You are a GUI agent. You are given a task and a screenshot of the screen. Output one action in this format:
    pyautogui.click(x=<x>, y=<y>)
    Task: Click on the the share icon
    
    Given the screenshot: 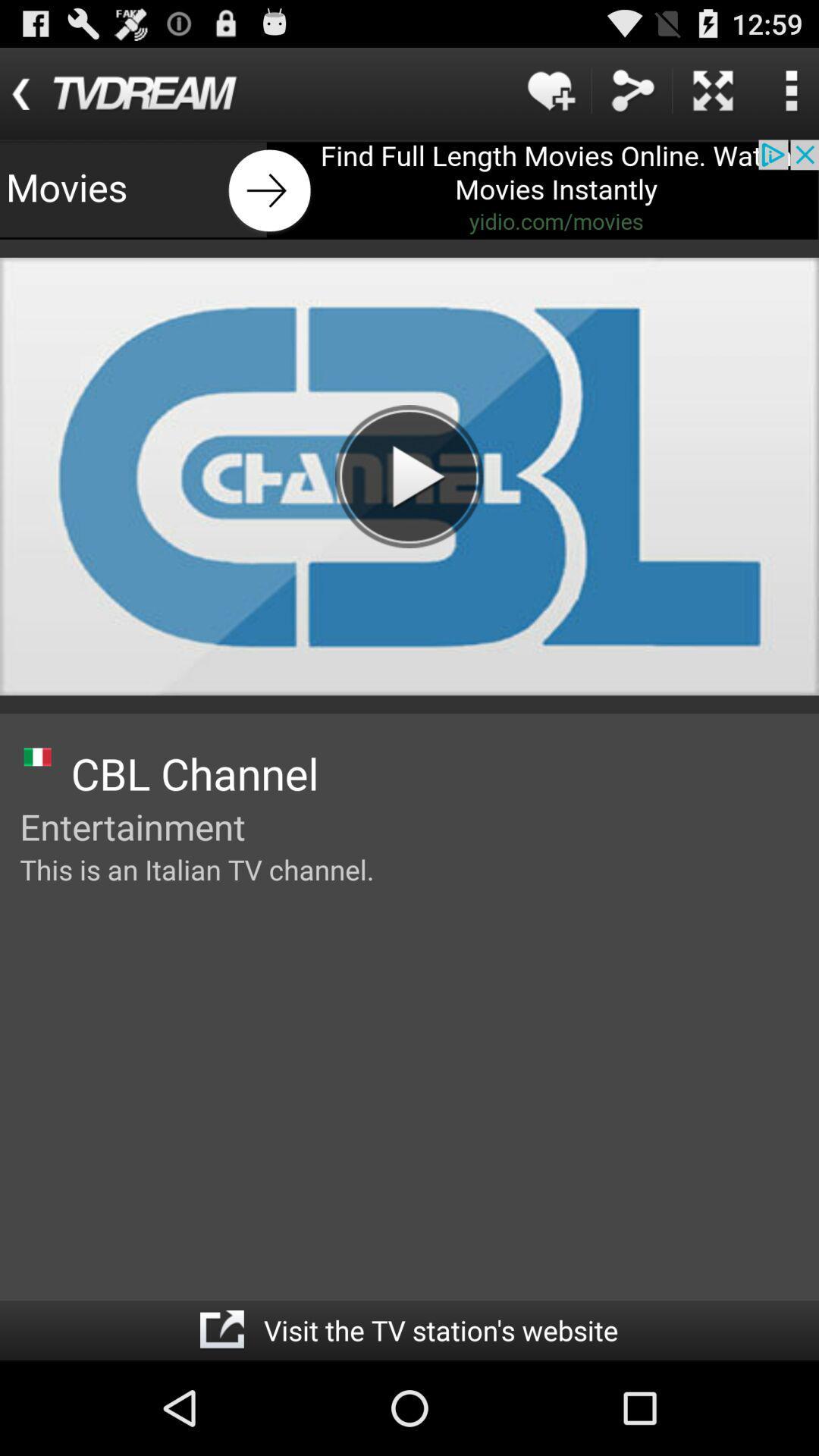 What is the action you would take?
    pyautogui.click(x=221, y=1423)
    